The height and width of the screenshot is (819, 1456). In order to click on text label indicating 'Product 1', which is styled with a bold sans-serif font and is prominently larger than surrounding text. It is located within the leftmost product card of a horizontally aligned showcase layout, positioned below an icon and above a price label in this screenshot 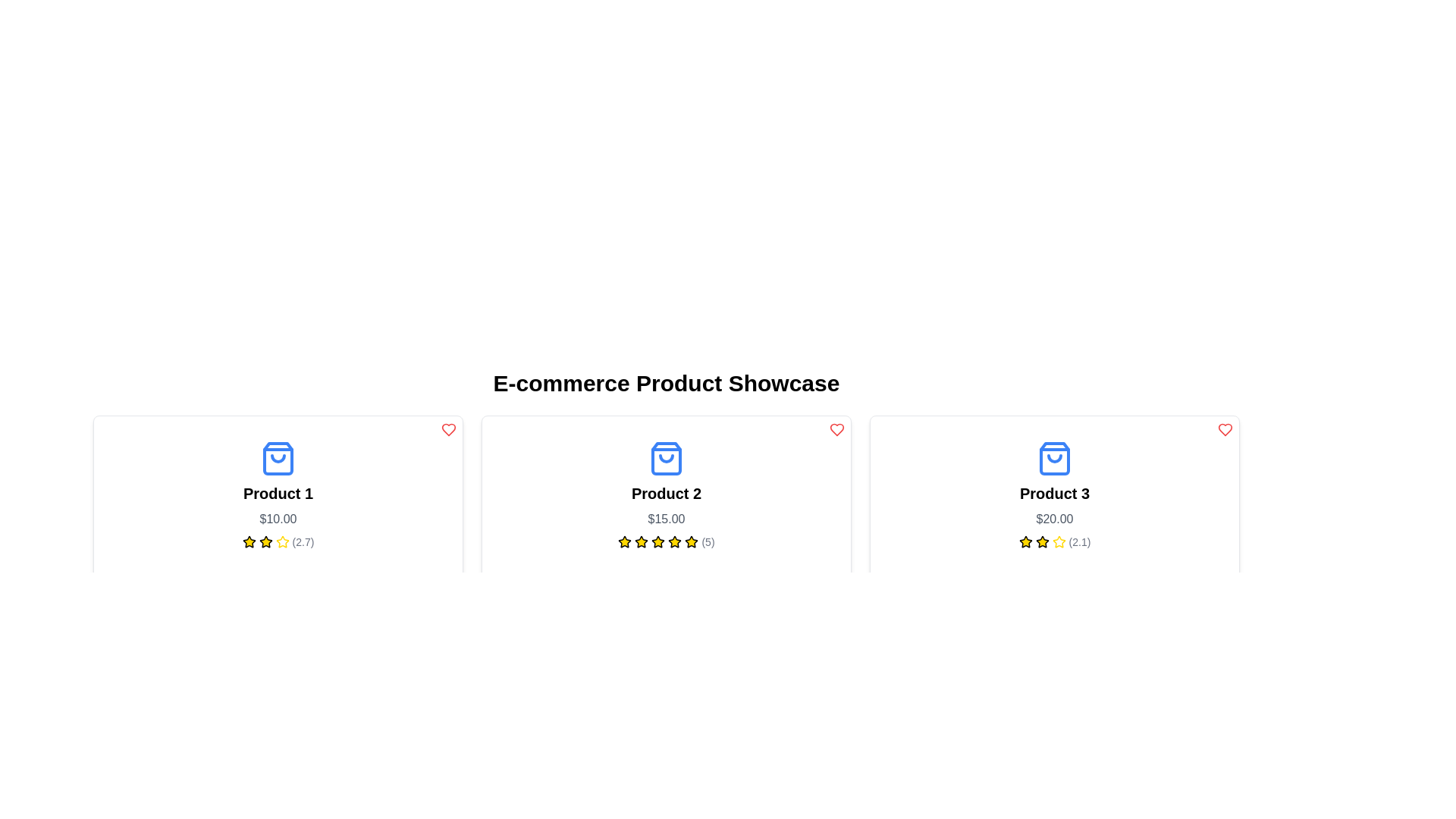, I will do `click(278, 494)`.